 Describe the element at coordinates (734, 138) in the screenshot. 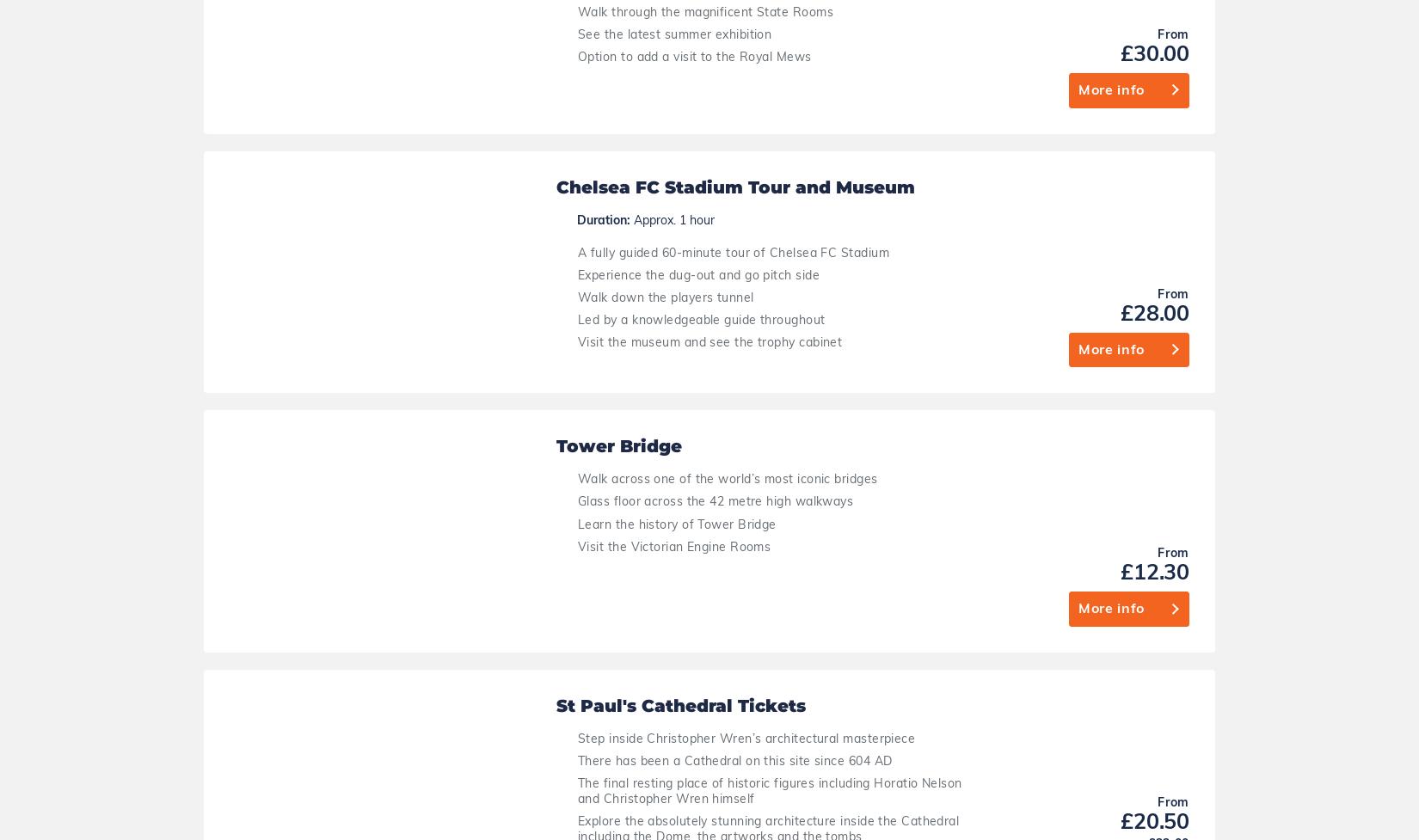

I see `'There has been a Cathedral on this site since 604 AD'` at that location.